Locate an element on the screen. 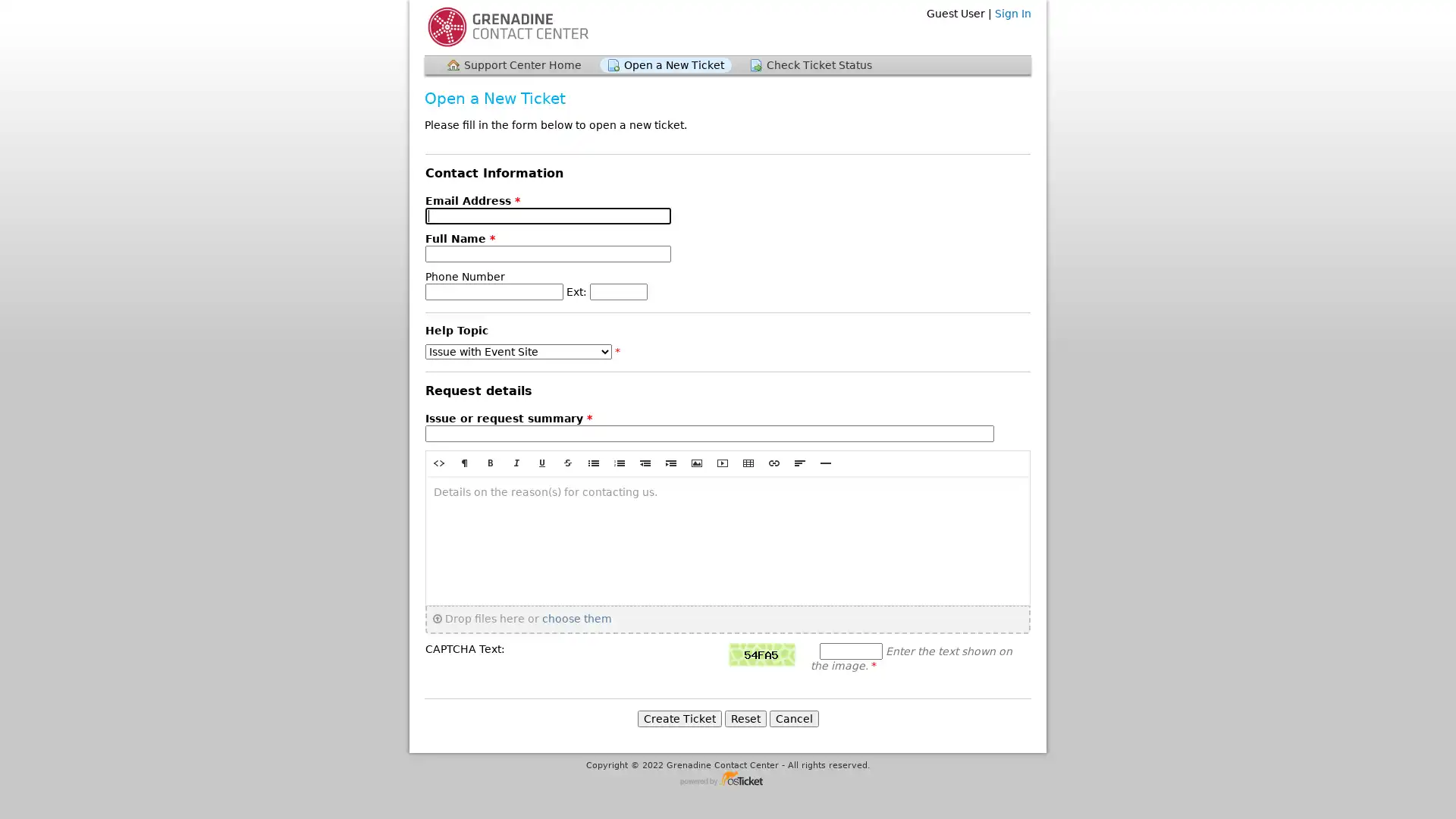 Image resolution: width=1456 pixels, height=819 pixels. Create Ticket is located at coordinates (678, 717).